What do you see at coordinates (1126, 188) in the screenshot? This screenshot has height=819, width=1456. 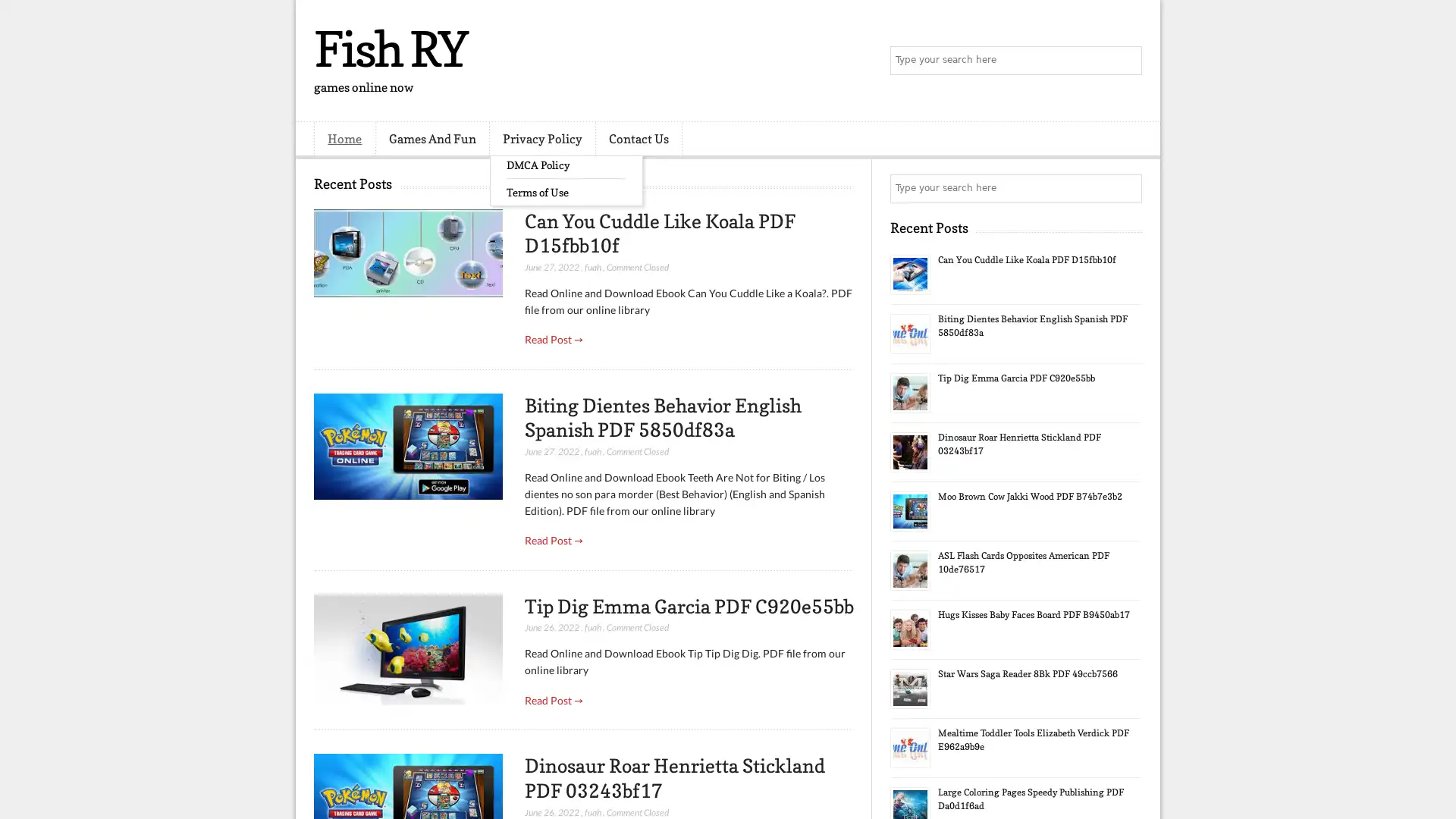 I see `Search` at bounding box center [1126, 188].